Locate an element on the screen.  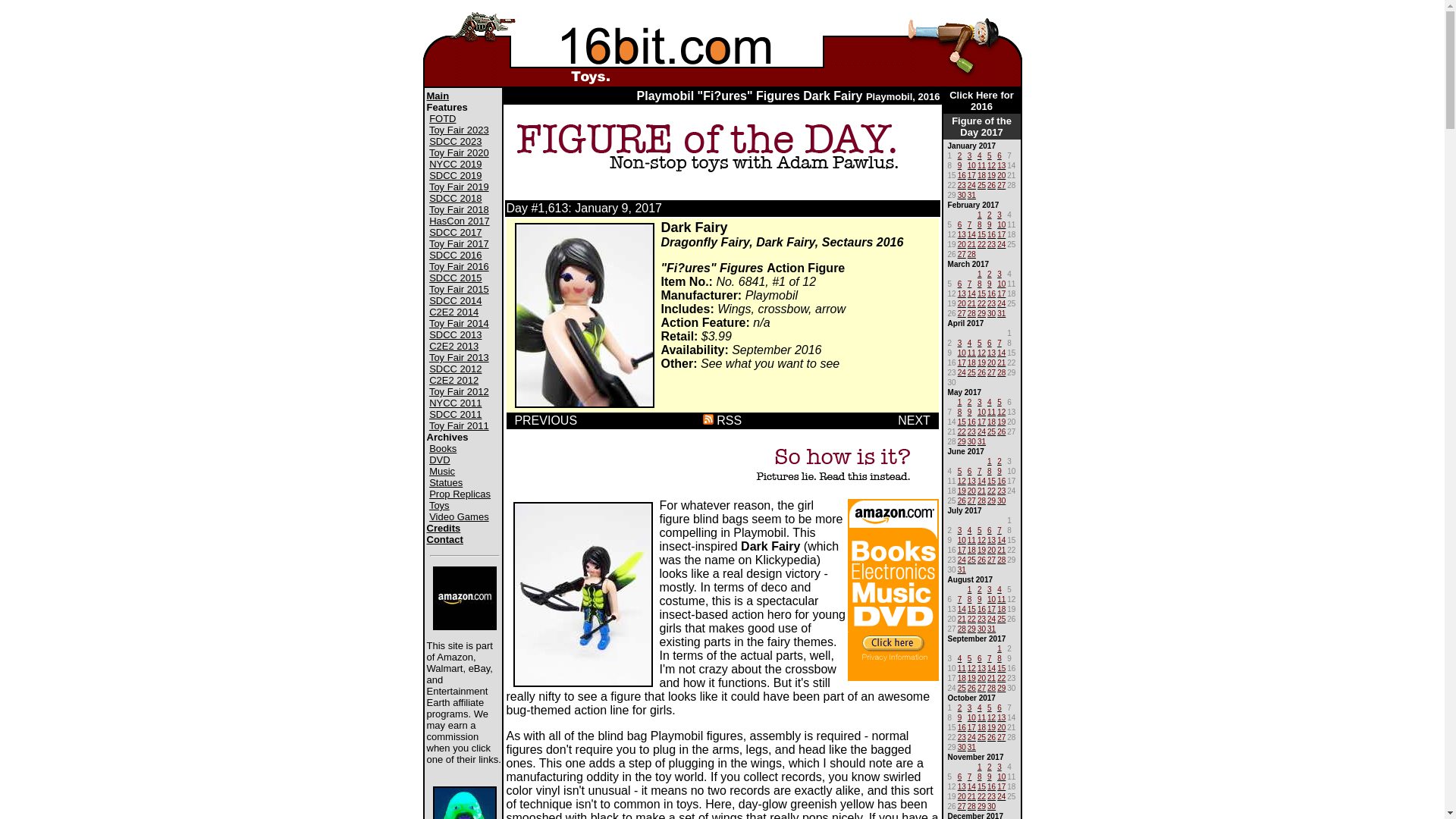
'5' is located at coordinates (979, 528).